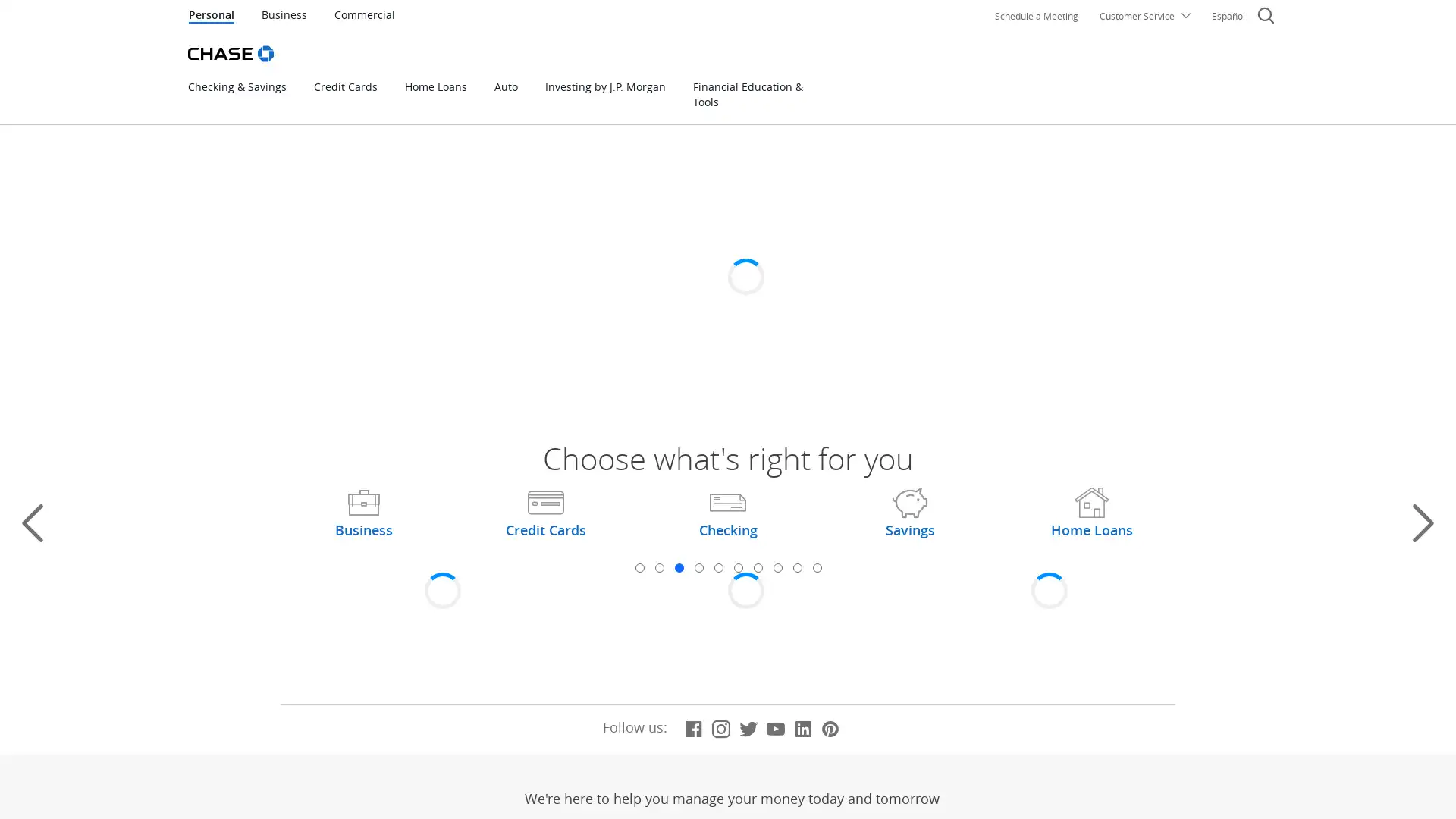  What do you see at coordinates (532, 328) in the screenshot?
I see `Open an account` at bounding box center [532, 328].